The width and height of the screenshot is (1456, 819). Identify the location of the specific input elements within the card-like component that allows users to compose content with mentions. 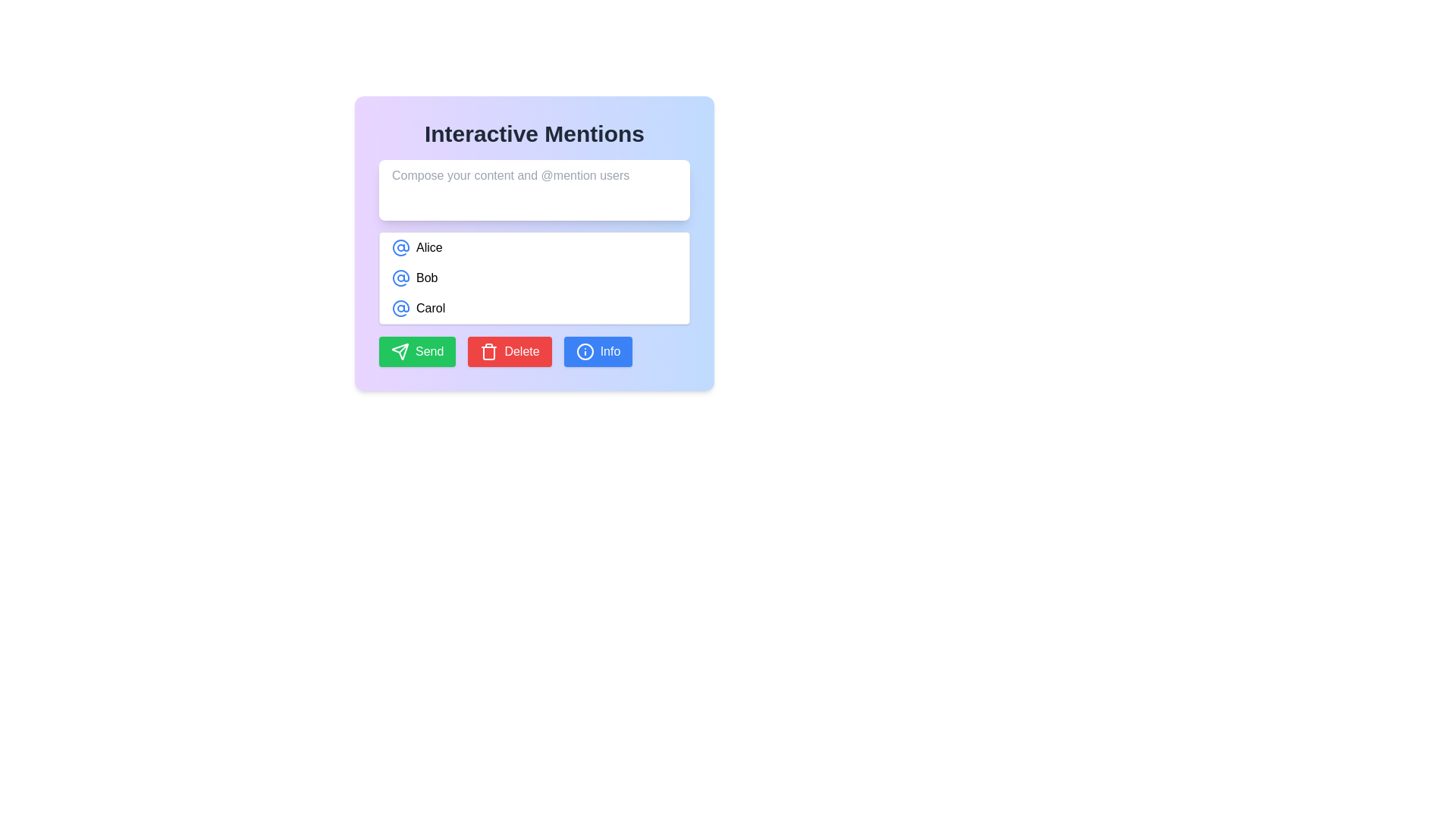
(535, 242).